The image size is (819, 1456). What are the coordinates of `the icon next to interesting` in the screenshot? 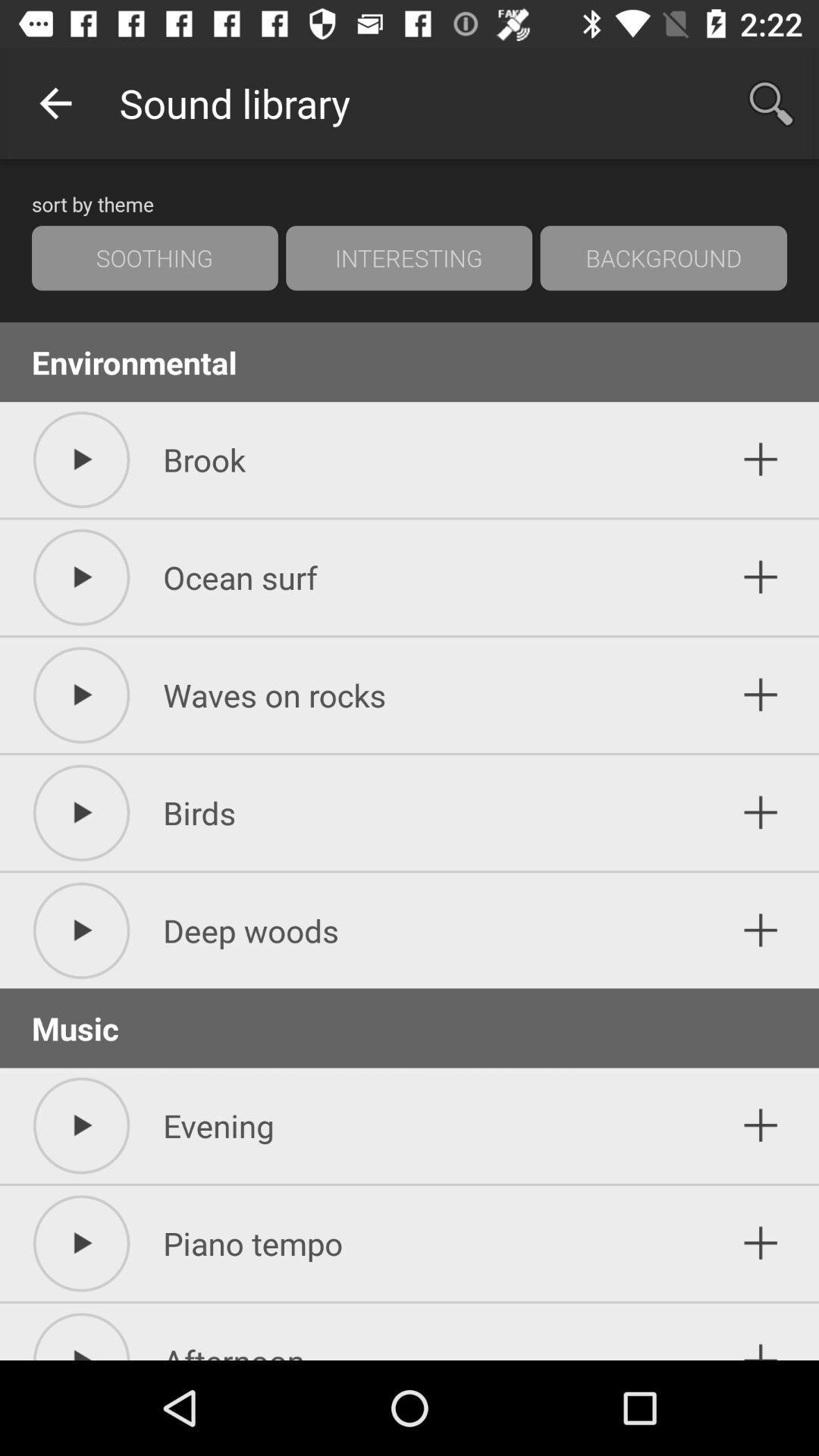 It's located at (663, 258).